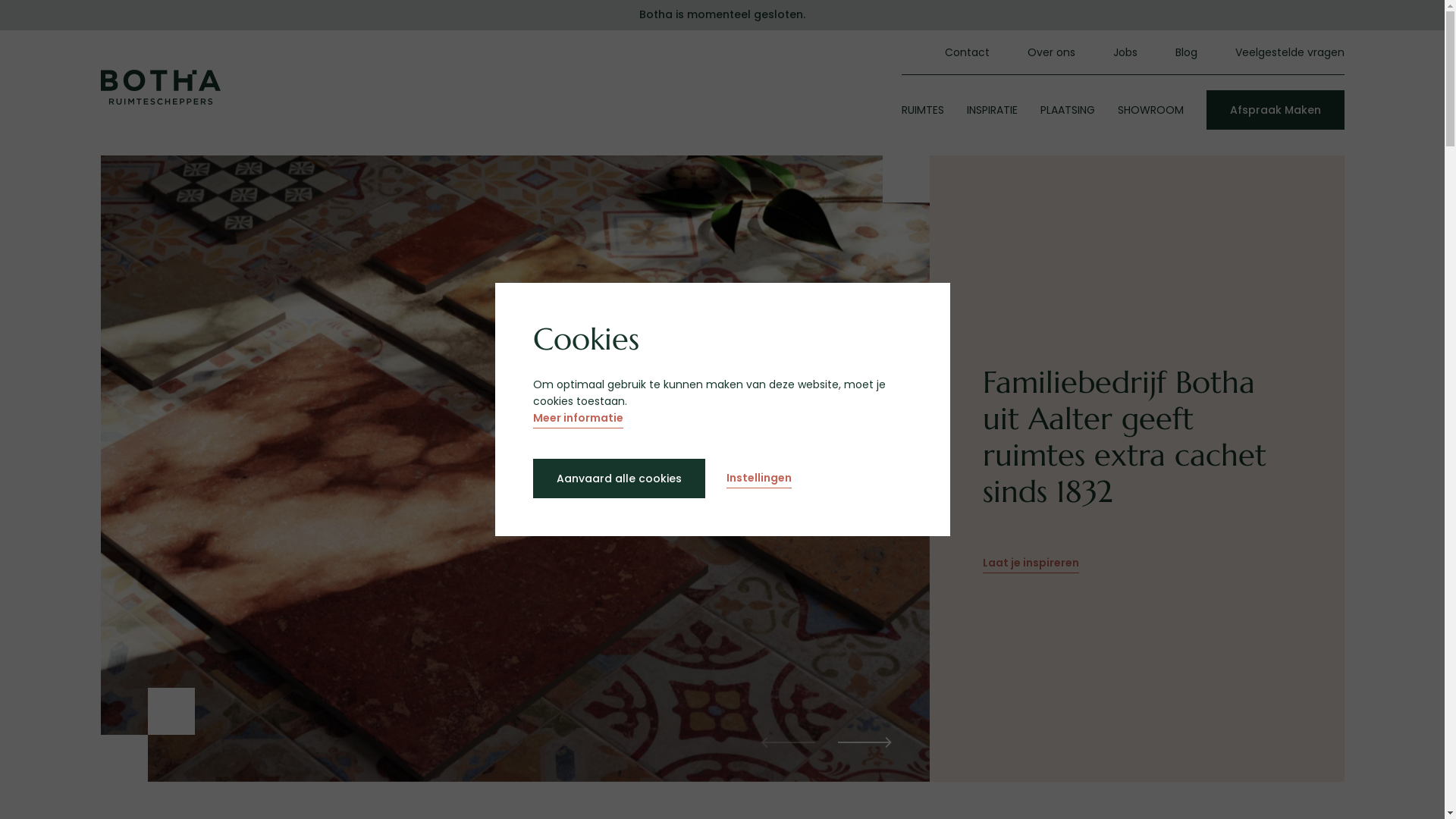 The height and width of the screenshot is (819, 1456). Describe the element at coordinates (1117, 109) in the screenshot. I see `'SHOWROOM'` at that location.